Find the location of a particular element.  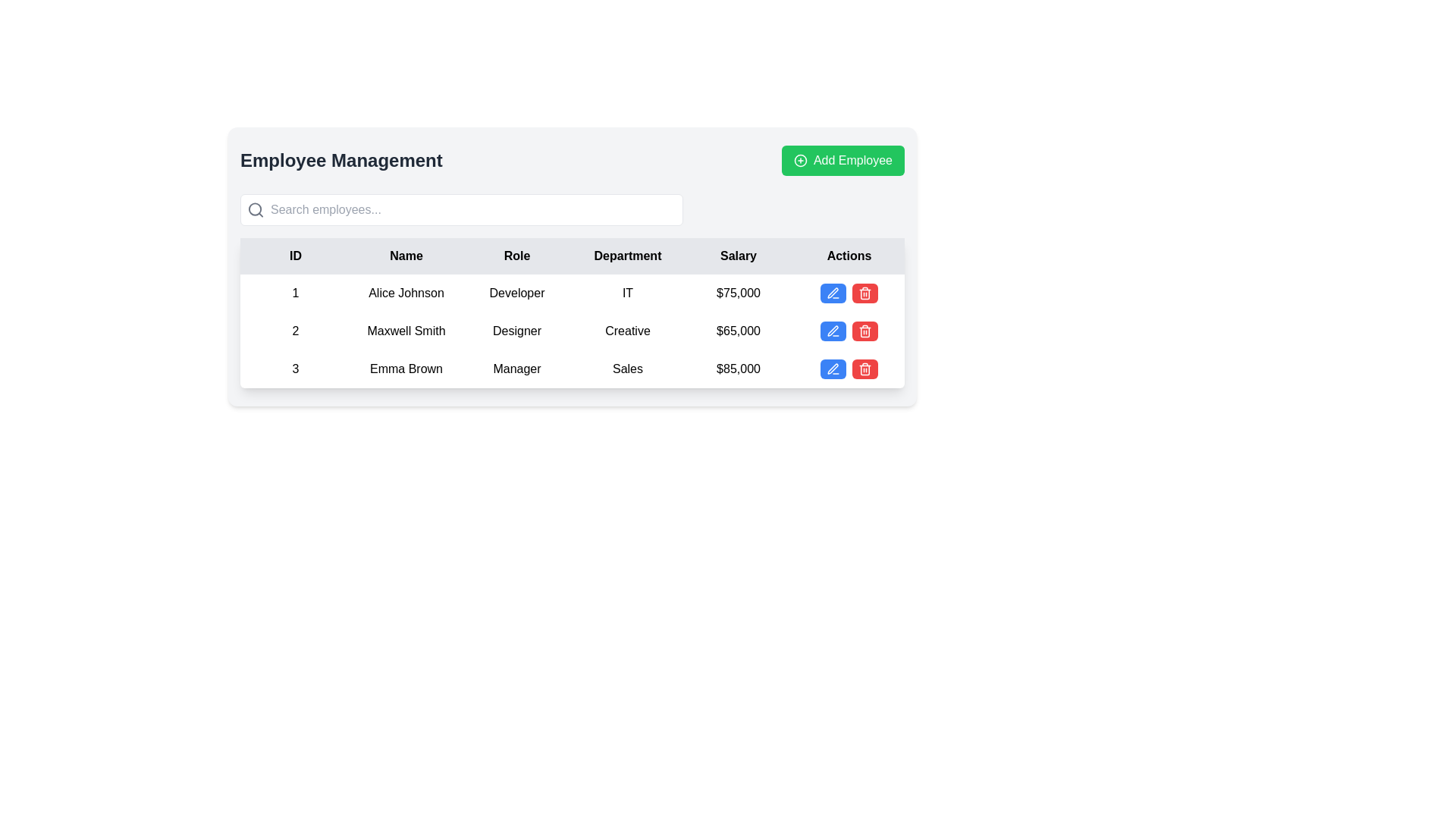

the 'Name' column header in the data table, which is the second column header located between 'ID' and 'Role' is located at coordinates (406, 256).